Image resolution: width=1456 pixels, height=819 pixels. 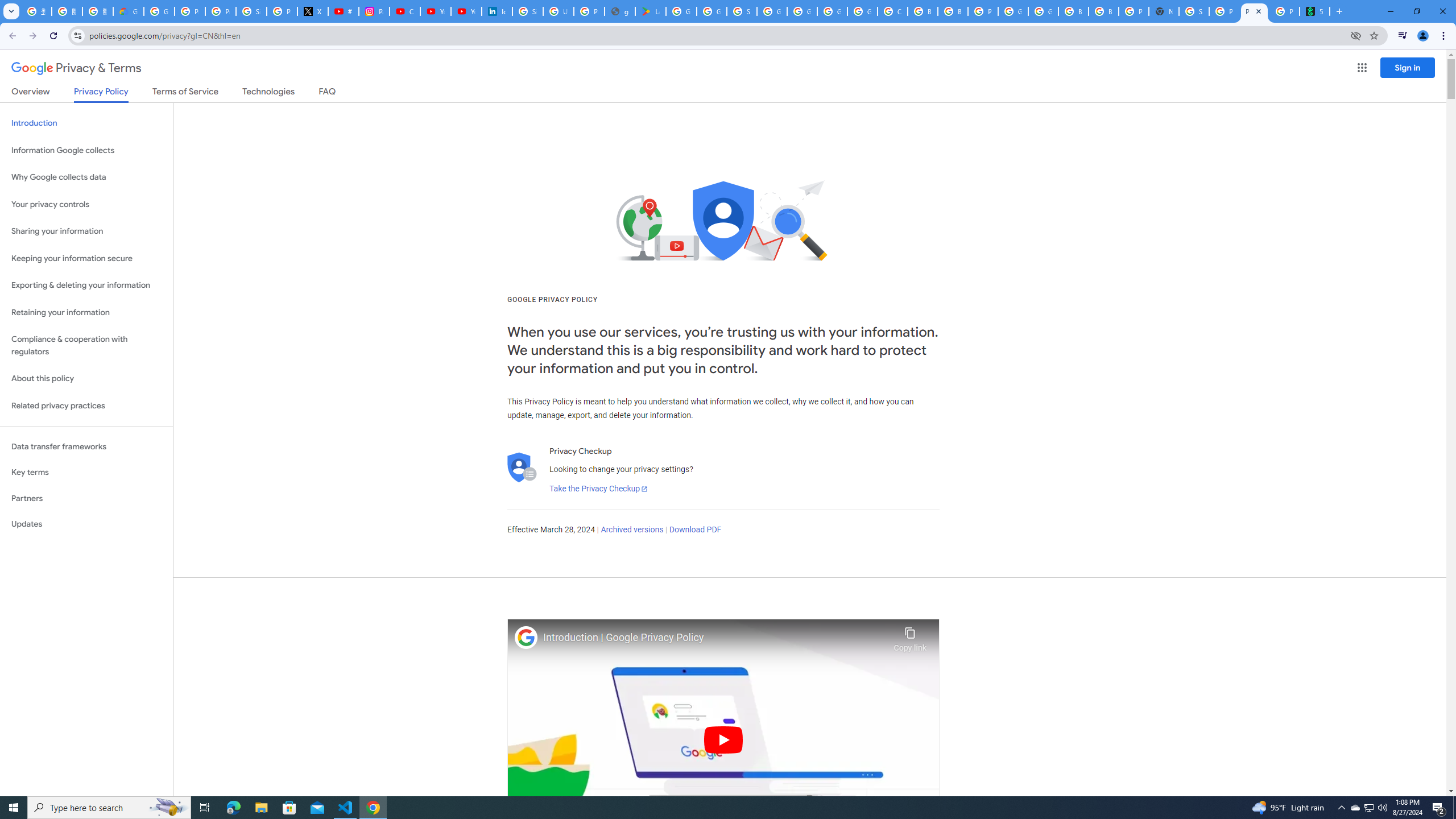 What do you see at coordinates (86, 405) in the screenshot?
I see `'Related privacy practices'` at bounding box center [86, 405].